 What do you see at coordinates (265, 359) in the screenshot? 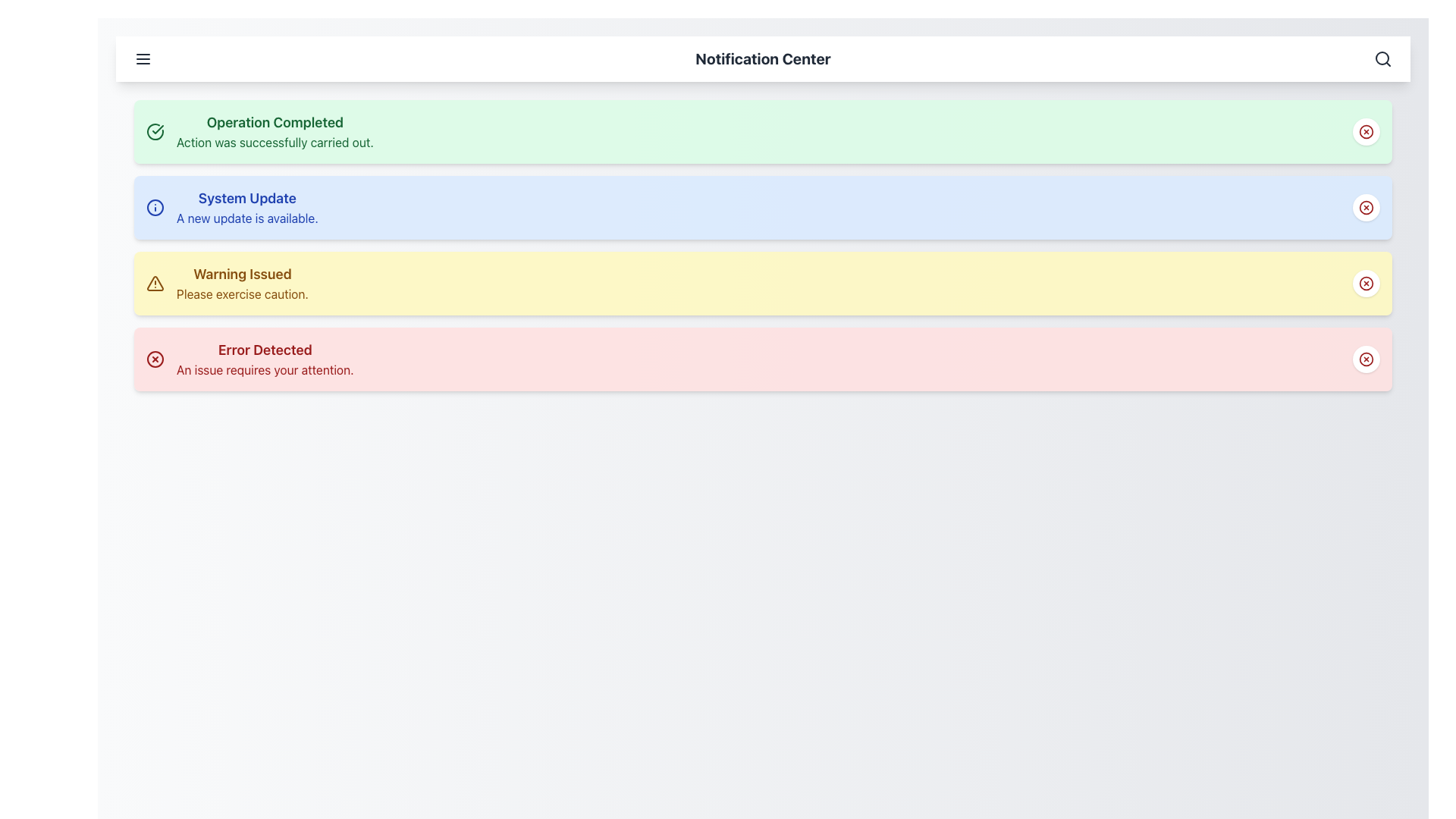
I see `text from the notification block that says 'Error Detected' in bold and 'An issue requires your attention.' in smaller font, located at the bottom of the notification list` at bounding box center [265, 359].